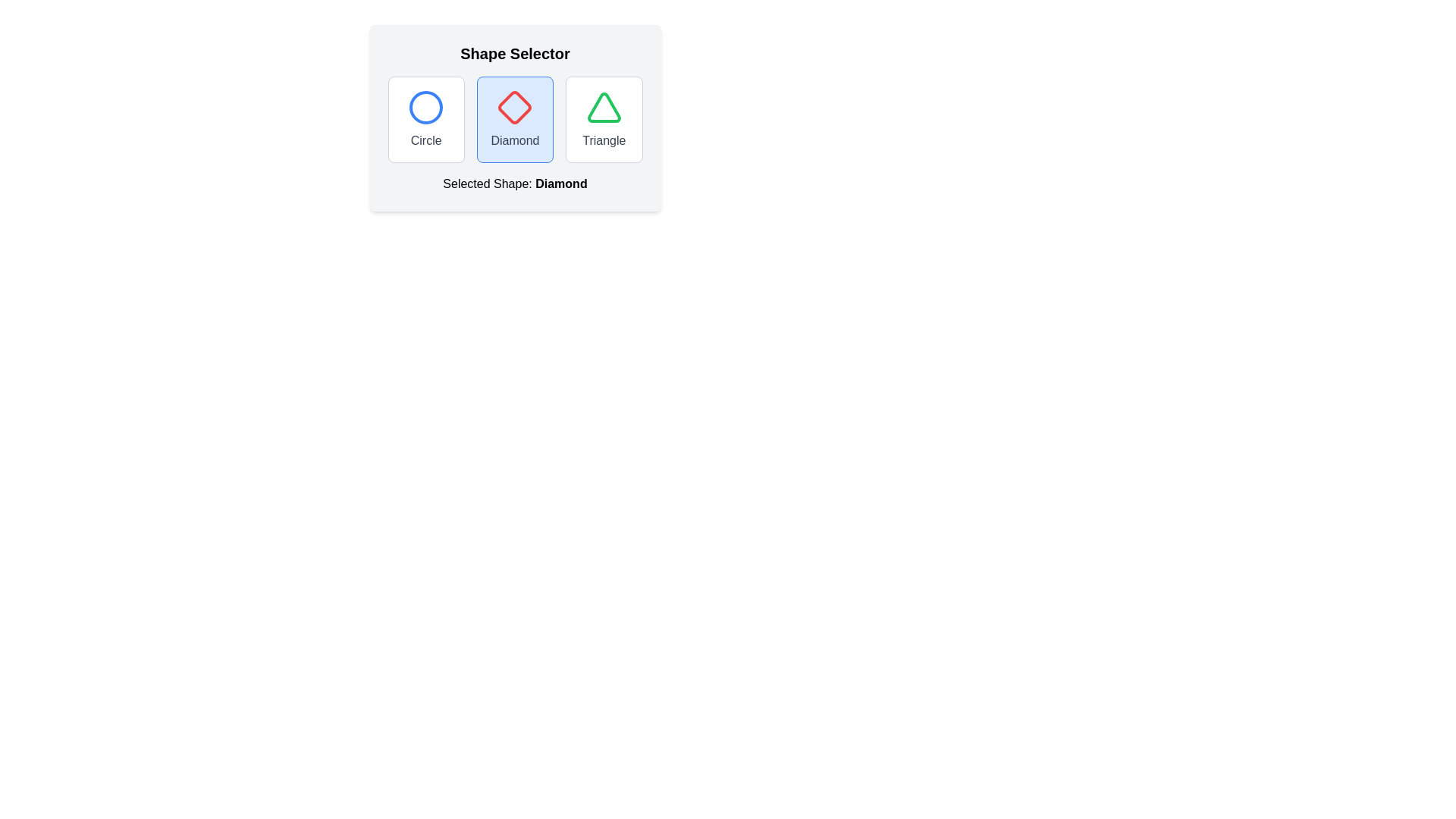  What do you see at coordinates (515, 117) in the screenshot?
I see `the 'Diamond' button in the 'Shape Selector' card` at bounding box center [515, 117].